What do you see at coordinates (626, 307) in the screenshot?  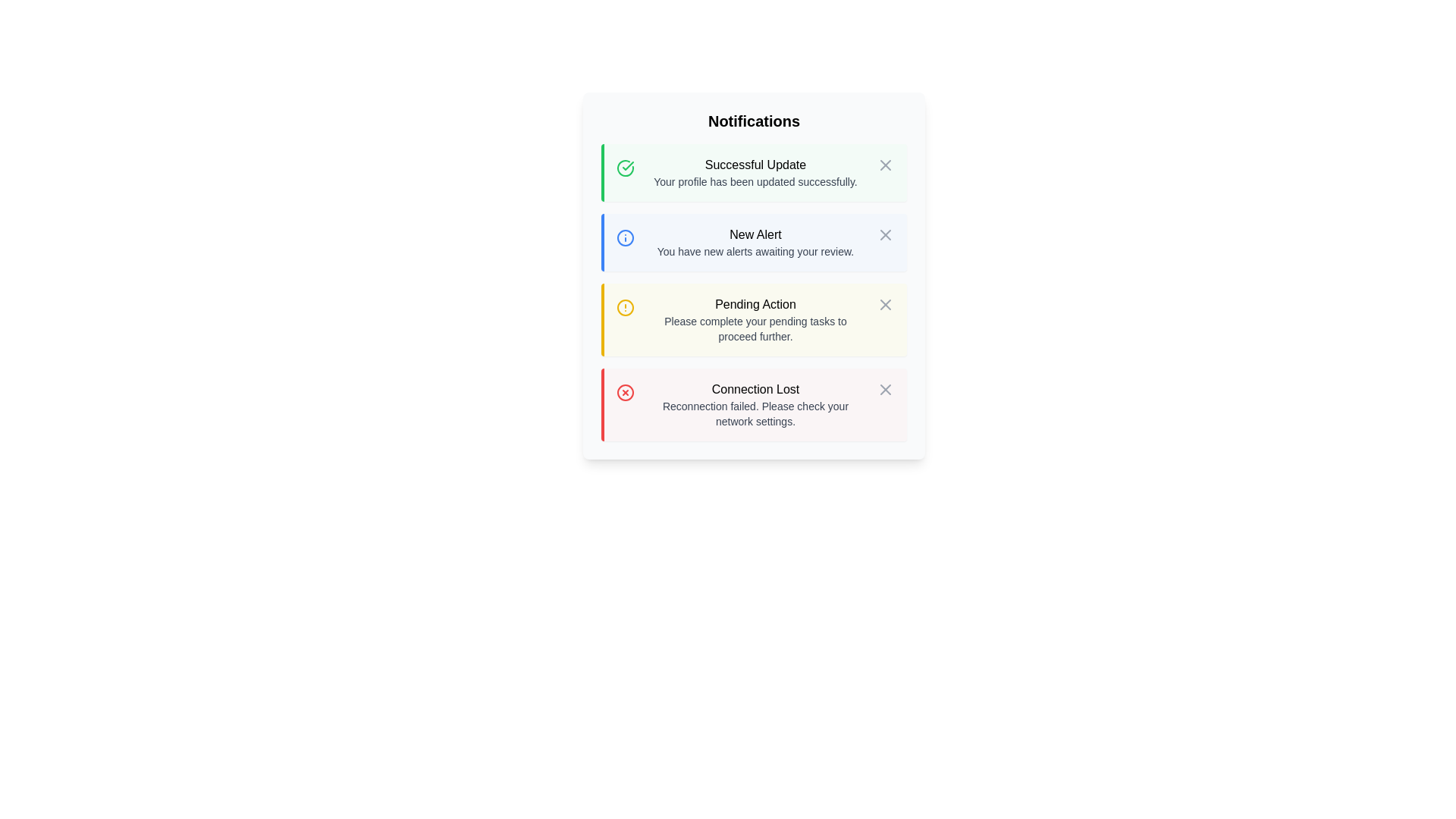 I see `the alert icon representing a warning message` at bounding box center [626, 307].